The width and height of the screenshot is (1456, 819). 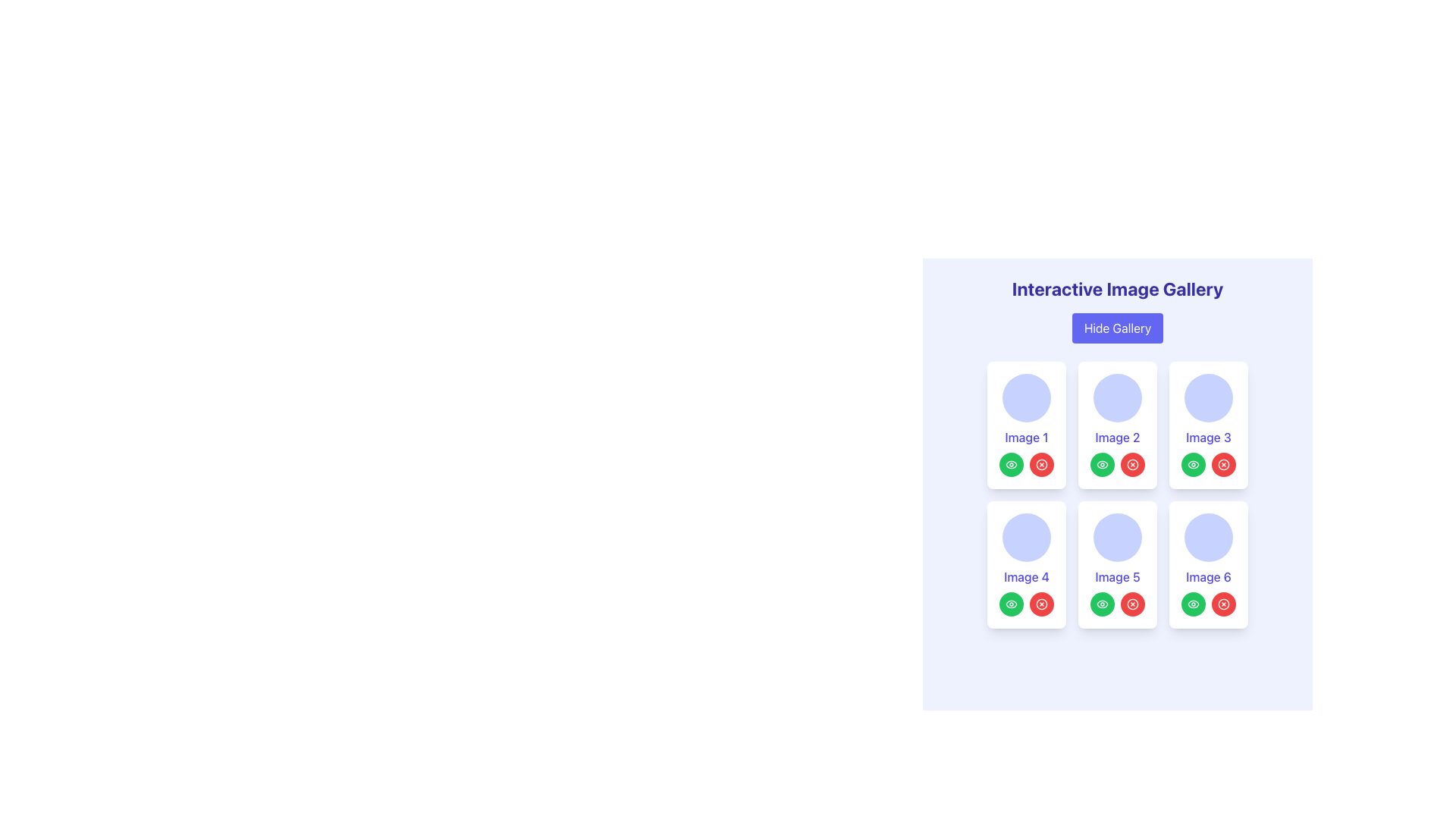 What do you see at coordinates (1223, 464) in the screenshot?
I see `the 'delete' button located in the third card of the top row in the interactive gallery grid, positioned to the bottom right of the green circular button with an eye icon` at bounding box center [1223, 464].